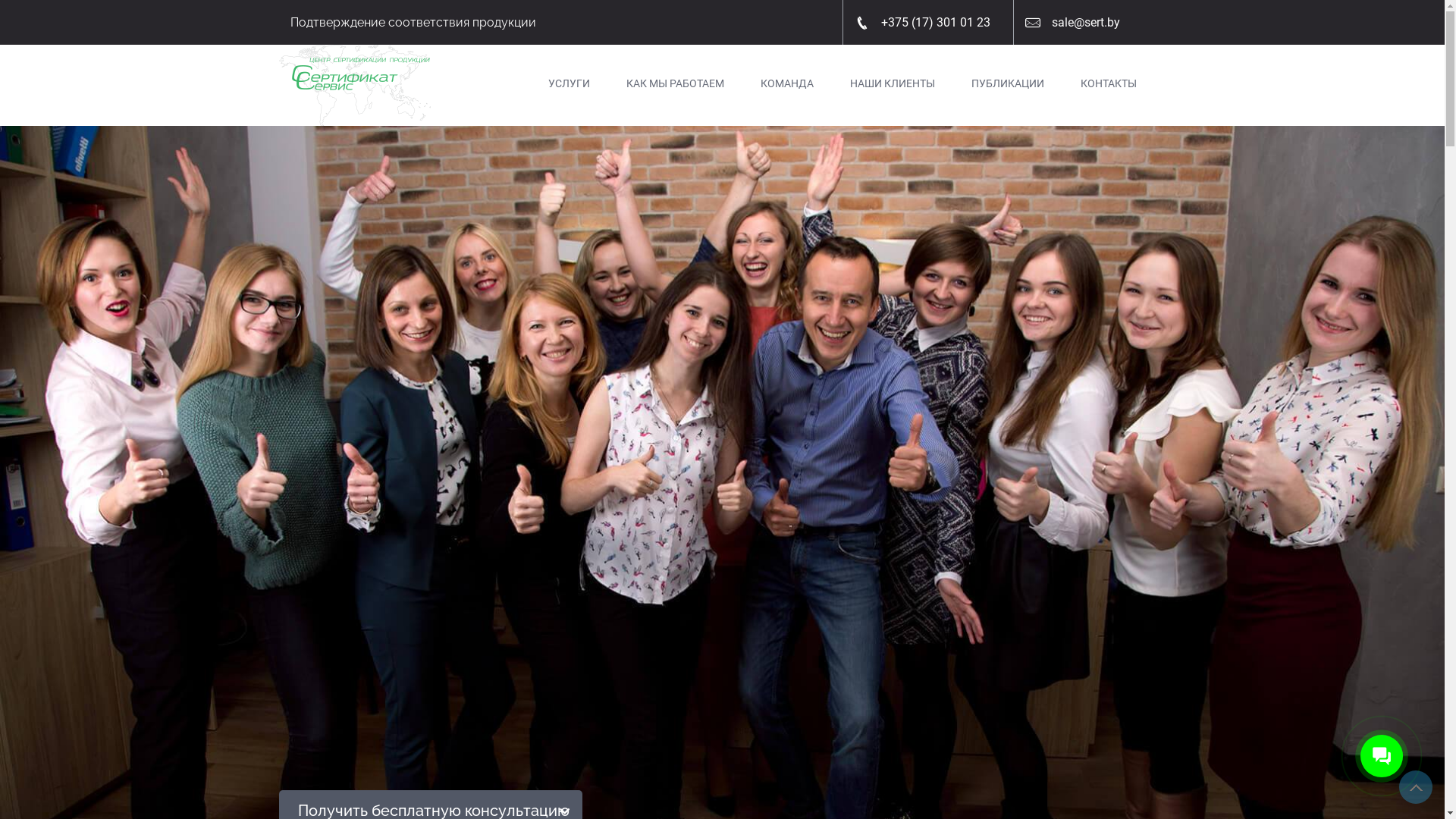 Image resolution: width=1456 pixels, height=819 pixels. Describe the element at coordinates (1077, 22) in the screenshot. I see `'sale@sert.by'` at that location.